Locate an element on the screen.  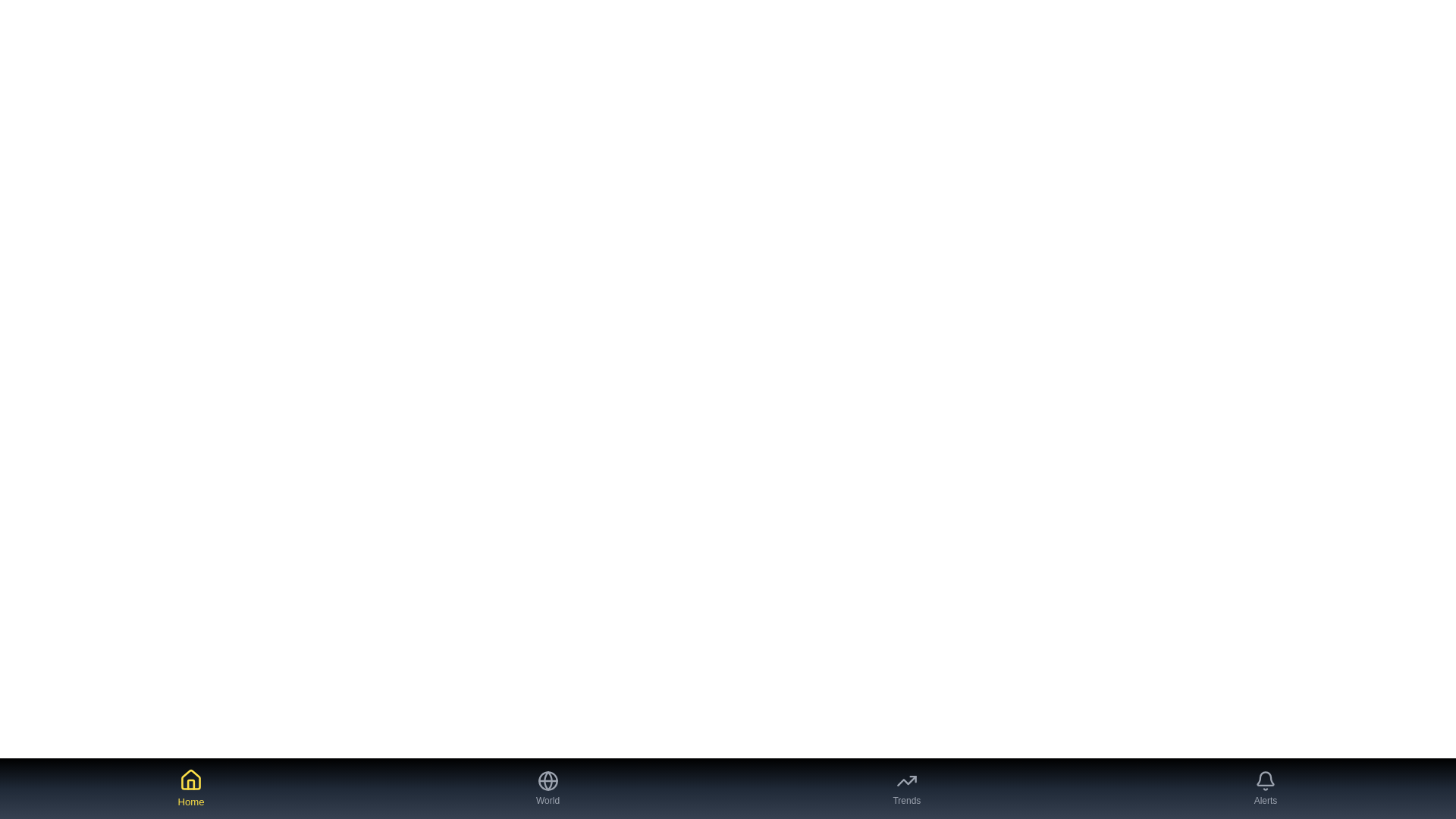
the Alerts tab to inspect its visual feedback is located at coordinates (1266, 788).